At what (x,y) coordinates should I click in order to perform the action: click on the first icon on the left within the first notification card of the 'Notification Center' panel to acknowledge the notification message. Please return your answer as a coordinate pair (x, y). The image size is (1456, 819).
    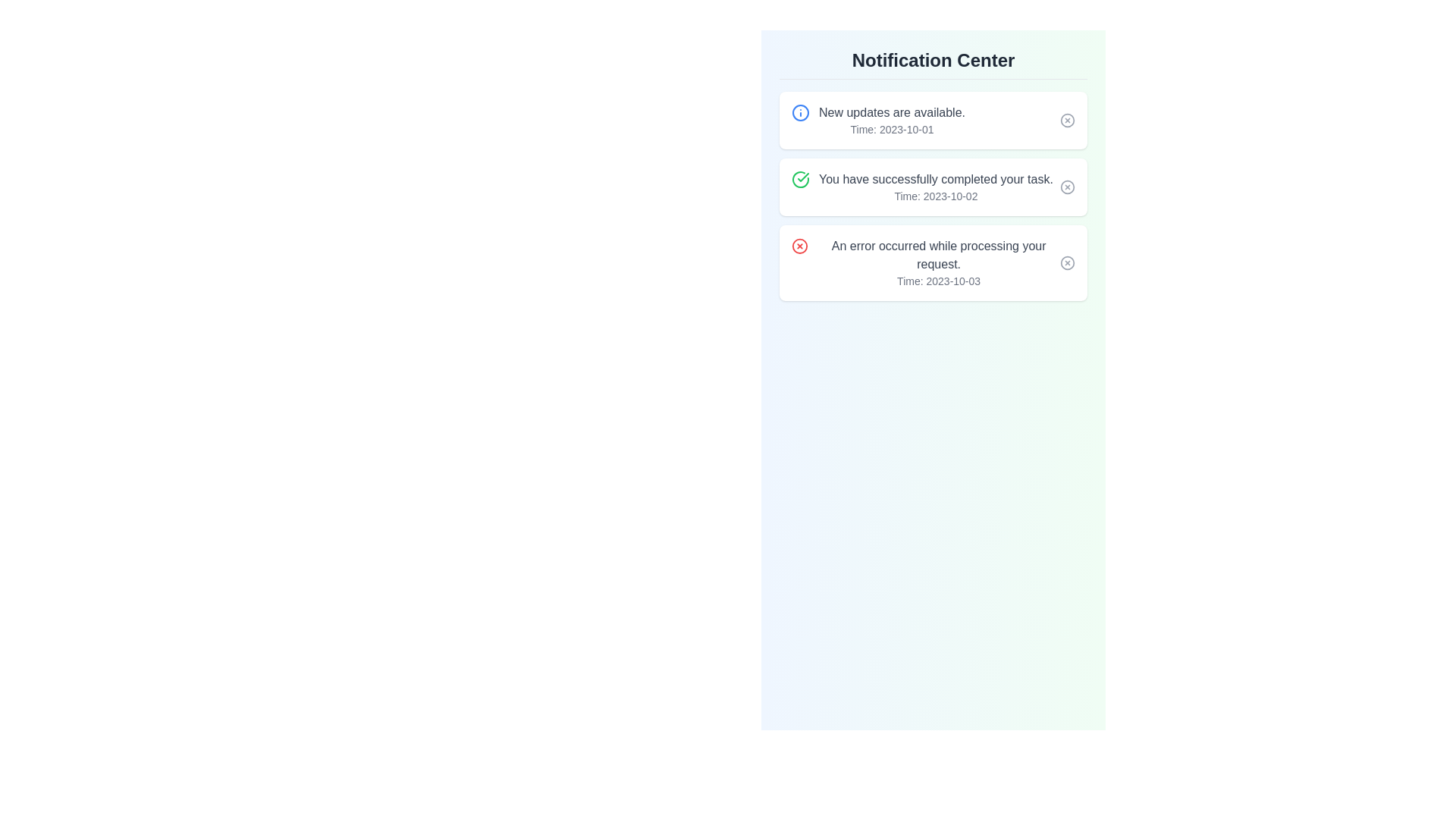
    Looking at the image, I should click on (800, 112).